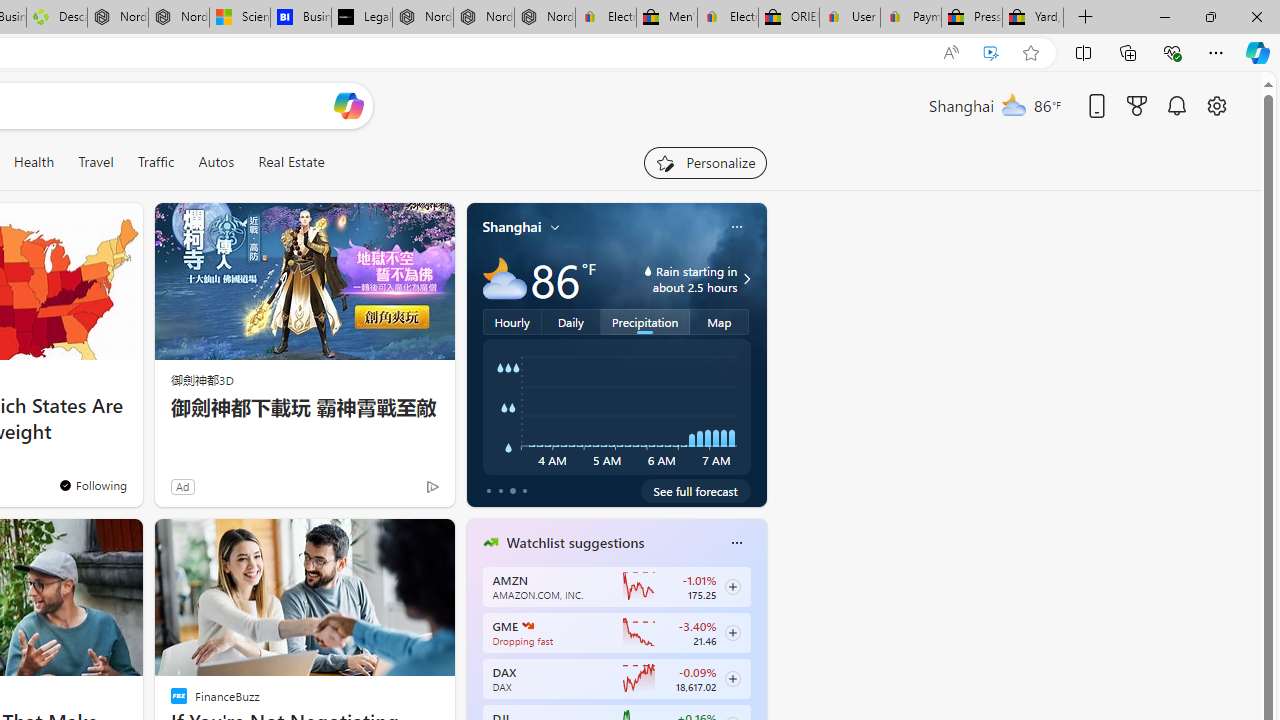 This screenshot has width=1280, height=720. What do you see at coordinates (555, 226) in the screenshot?
I see `'My location'` at bounding box center [555, 226].